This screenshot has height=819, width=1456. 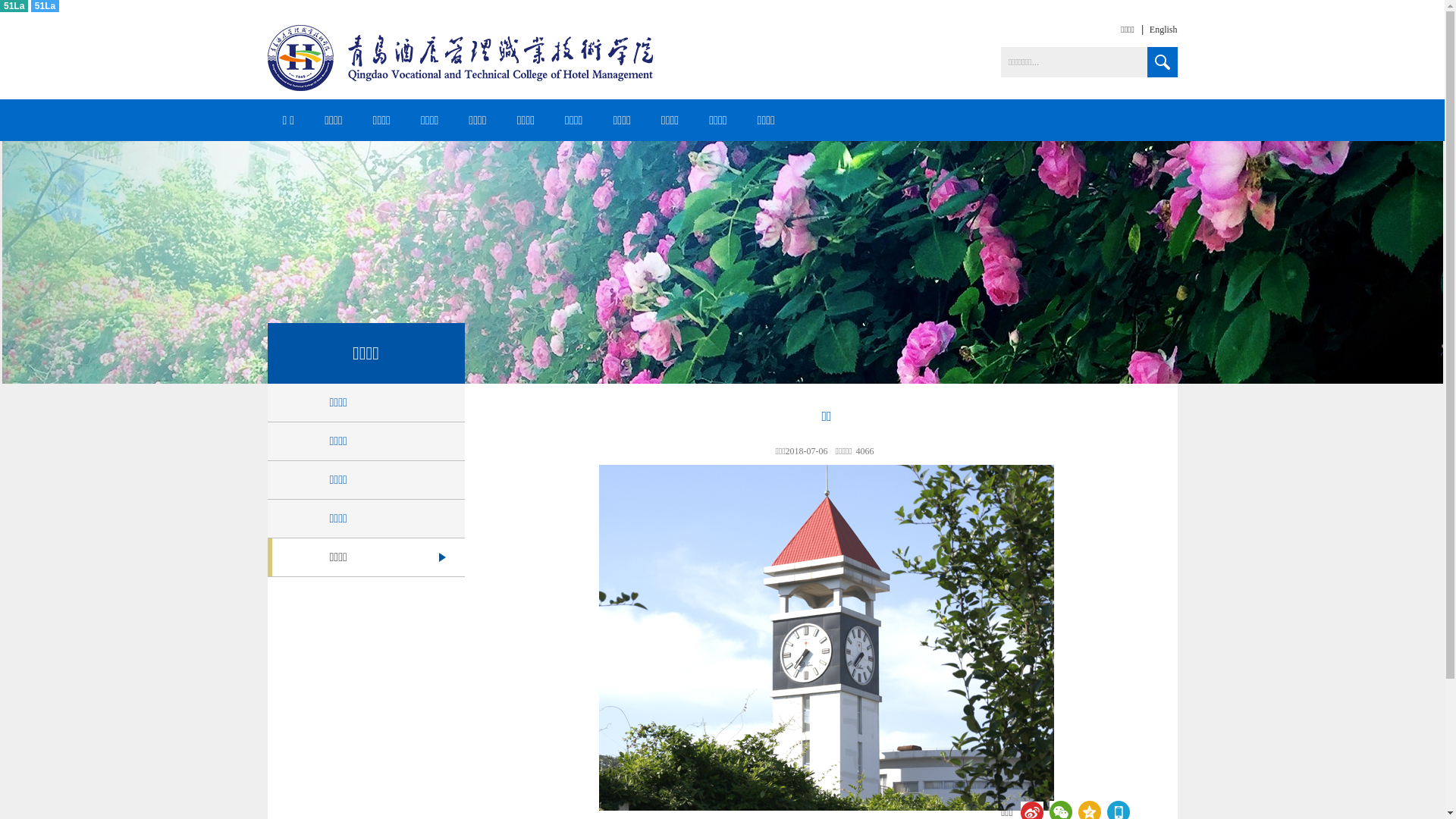 I want to click on 'English', so click(x=1134, y=29).